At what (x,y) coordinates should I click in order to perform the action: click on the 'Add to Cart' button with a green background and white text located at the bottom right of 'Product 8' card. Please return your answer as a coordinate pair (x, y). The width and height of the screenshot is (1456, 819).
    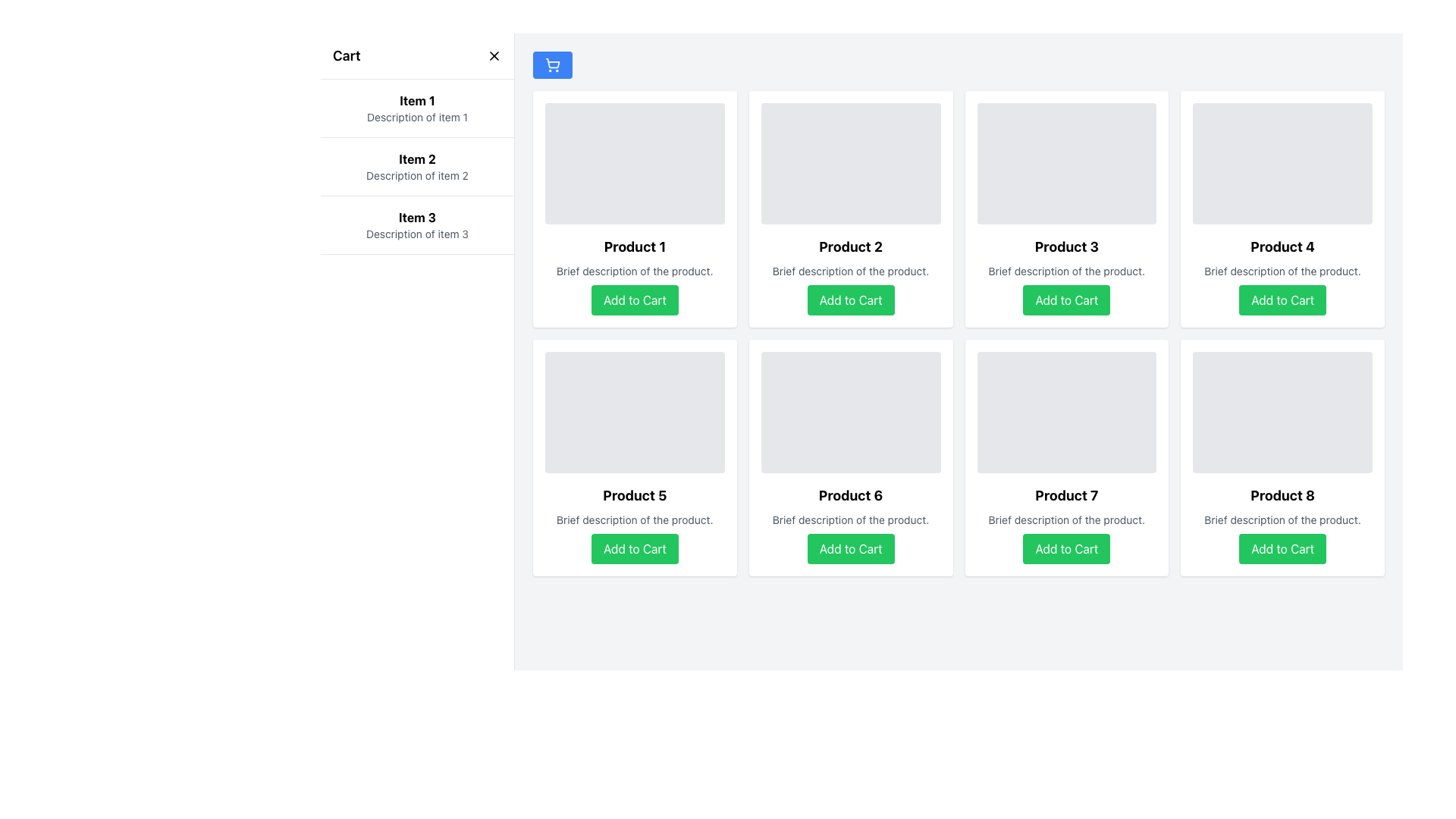
    Looking at the image, I should click on (1282, 549).